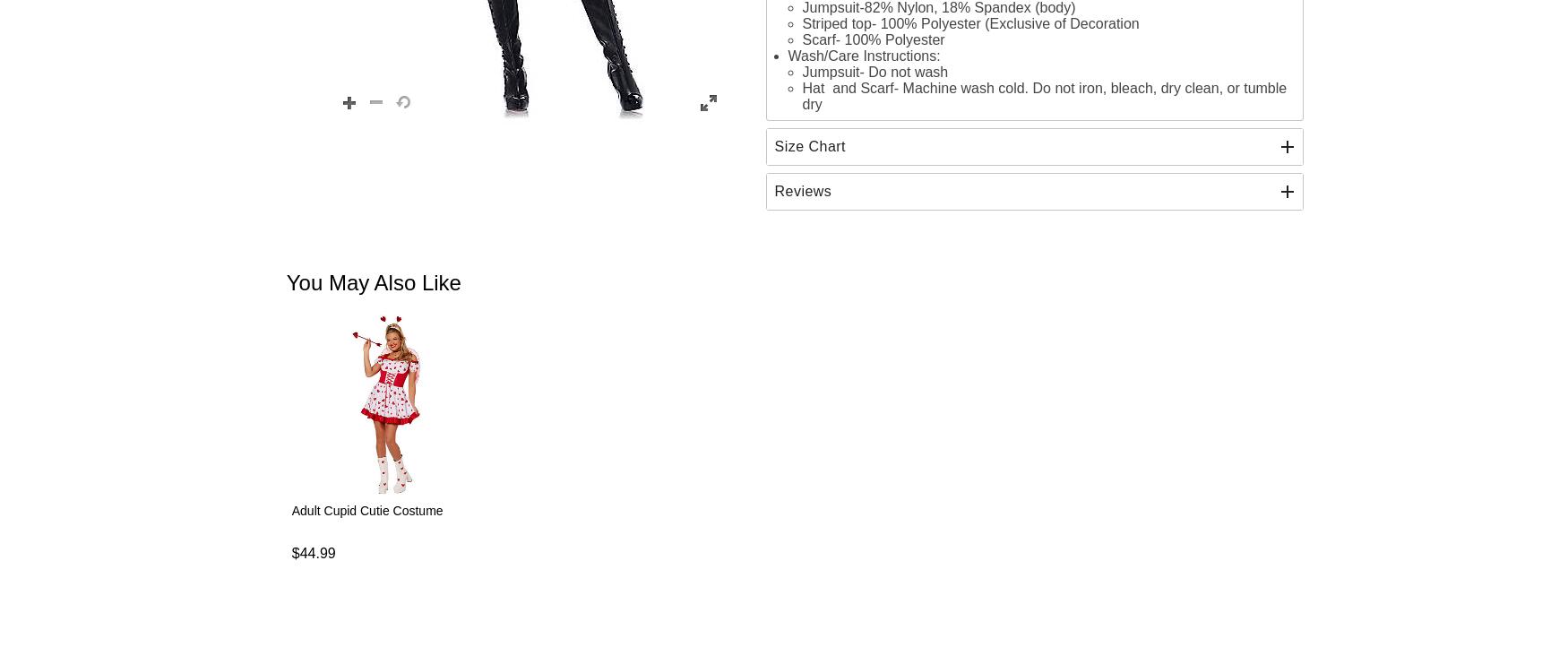 Image resolution: width=1568 pixels, height=647 pixels. What do you see at coordinates (372, 281) in the screenshot?
I see `'You May Also Like'` at bounding box center [372, 281].